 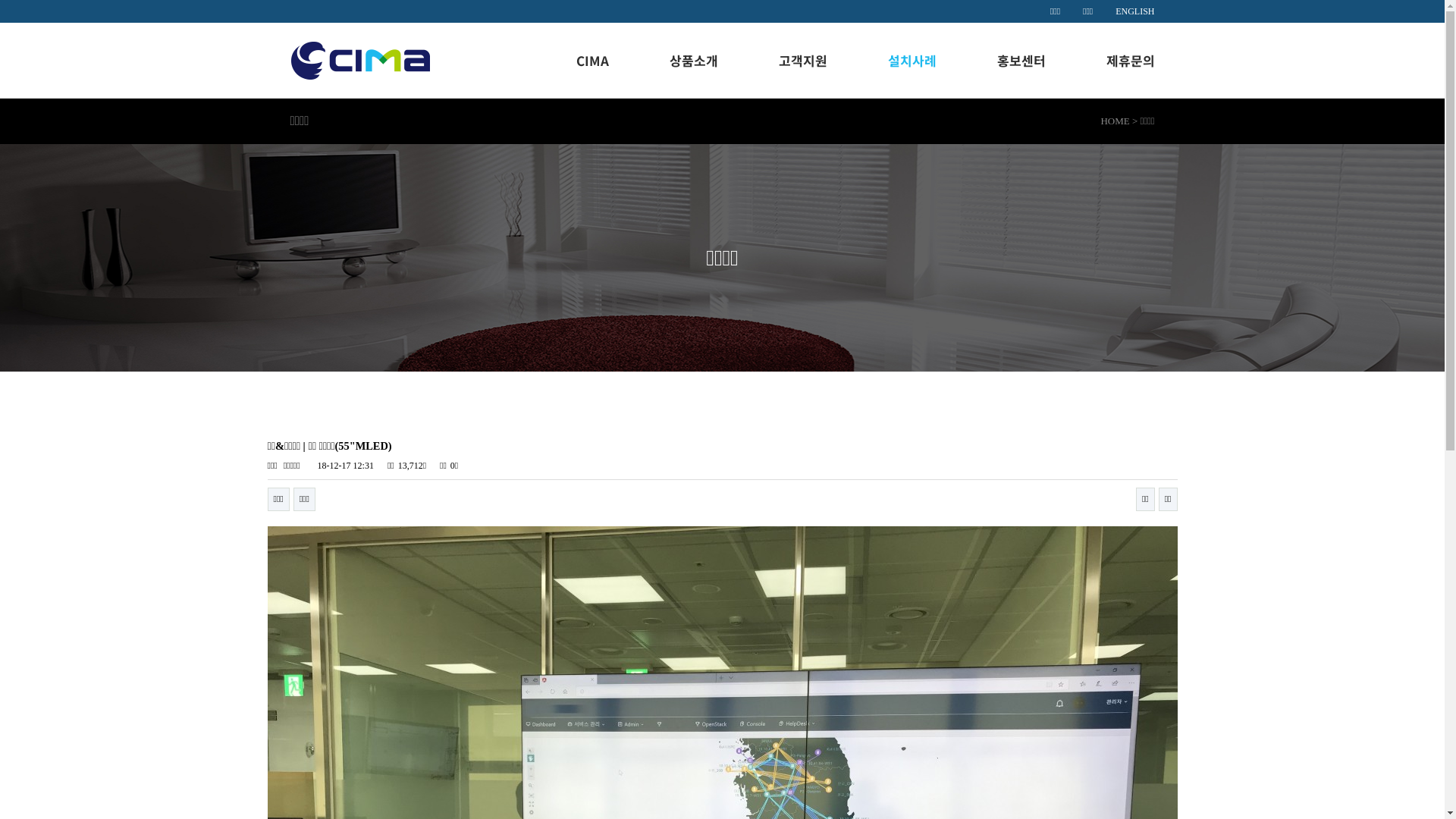 What do you see at coordinates (1134, 11) in the screenshot?
I see `'ENGLISH'` at bounding box center [1134, 11].